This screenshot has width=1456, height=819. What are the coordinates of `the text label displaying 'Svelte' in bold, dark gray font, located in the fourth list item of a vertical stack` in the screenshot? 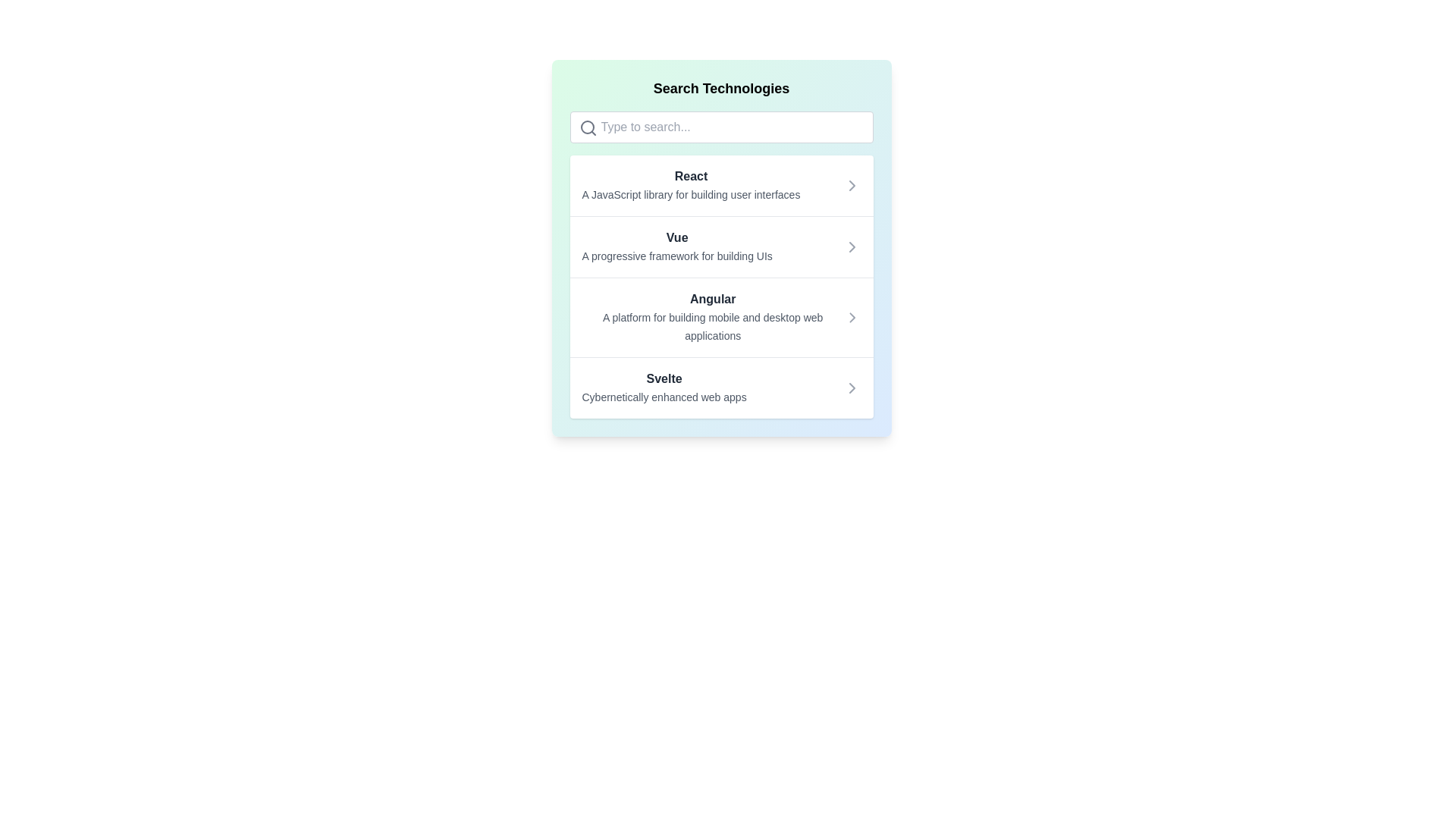 It's located at (664, 378).